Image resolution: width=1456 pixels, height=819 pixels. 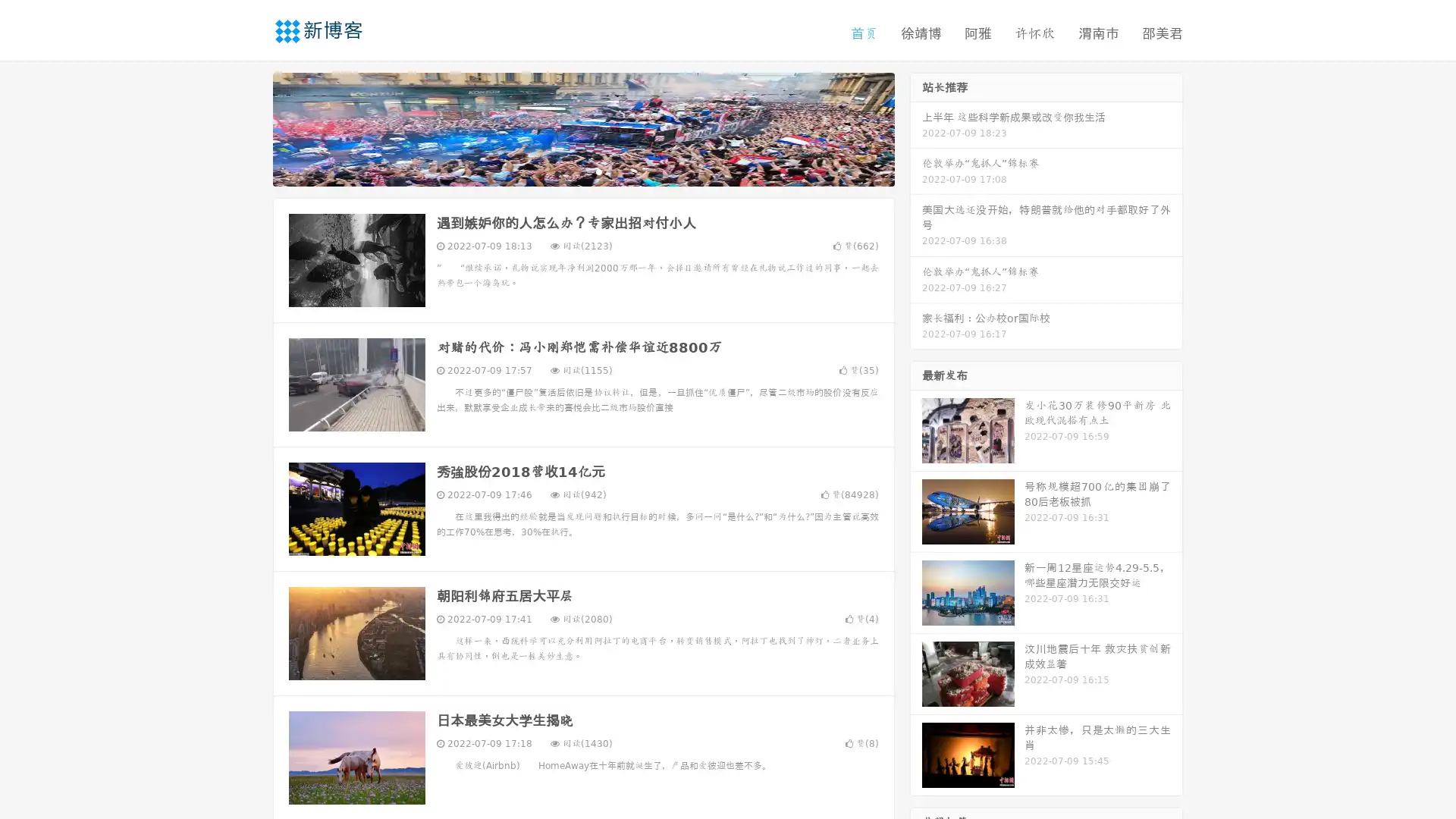 I want to click on Previous slide, so click(x=250, y=127).